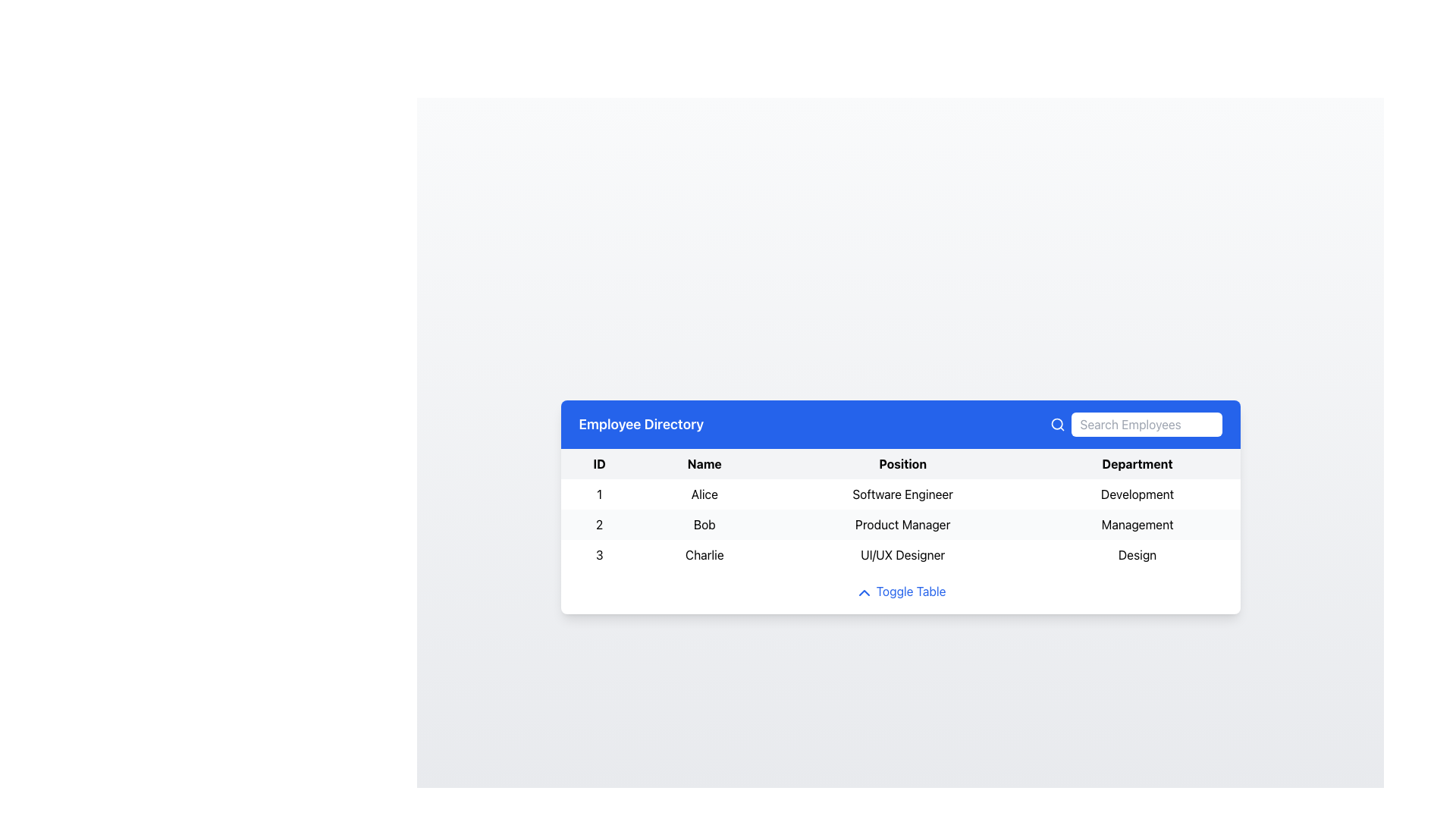 The image size is (1456, 819). What do you see at coordinates (641, 425) in the screenshot?
I see `the text label displaying 'Employee Directory' which is styled in large bold white font on a blue background at the upper-left corner of the header bar` at bounding box center [641, 425].